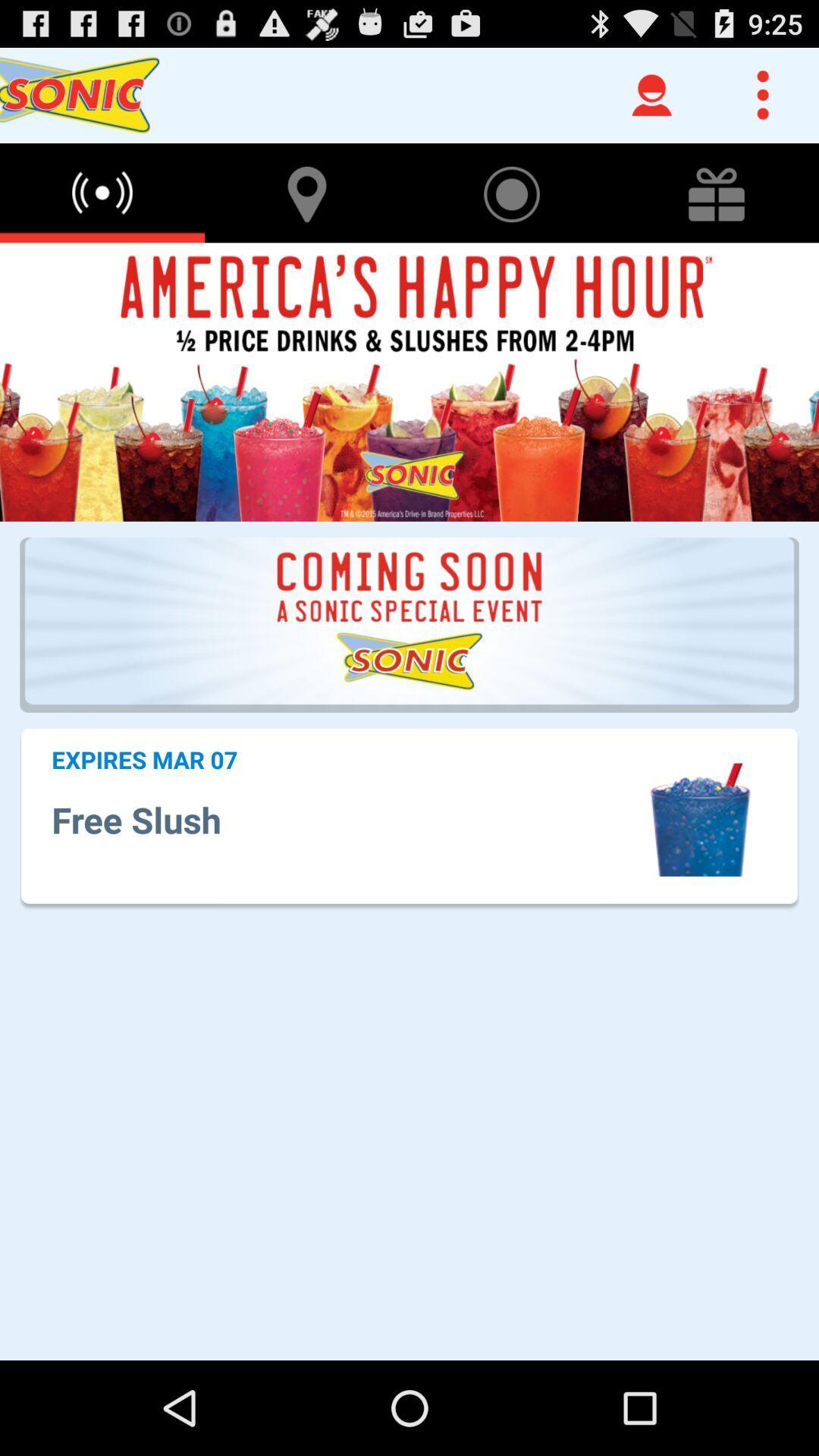  I want to click on the gift icon, so click(717, 206).